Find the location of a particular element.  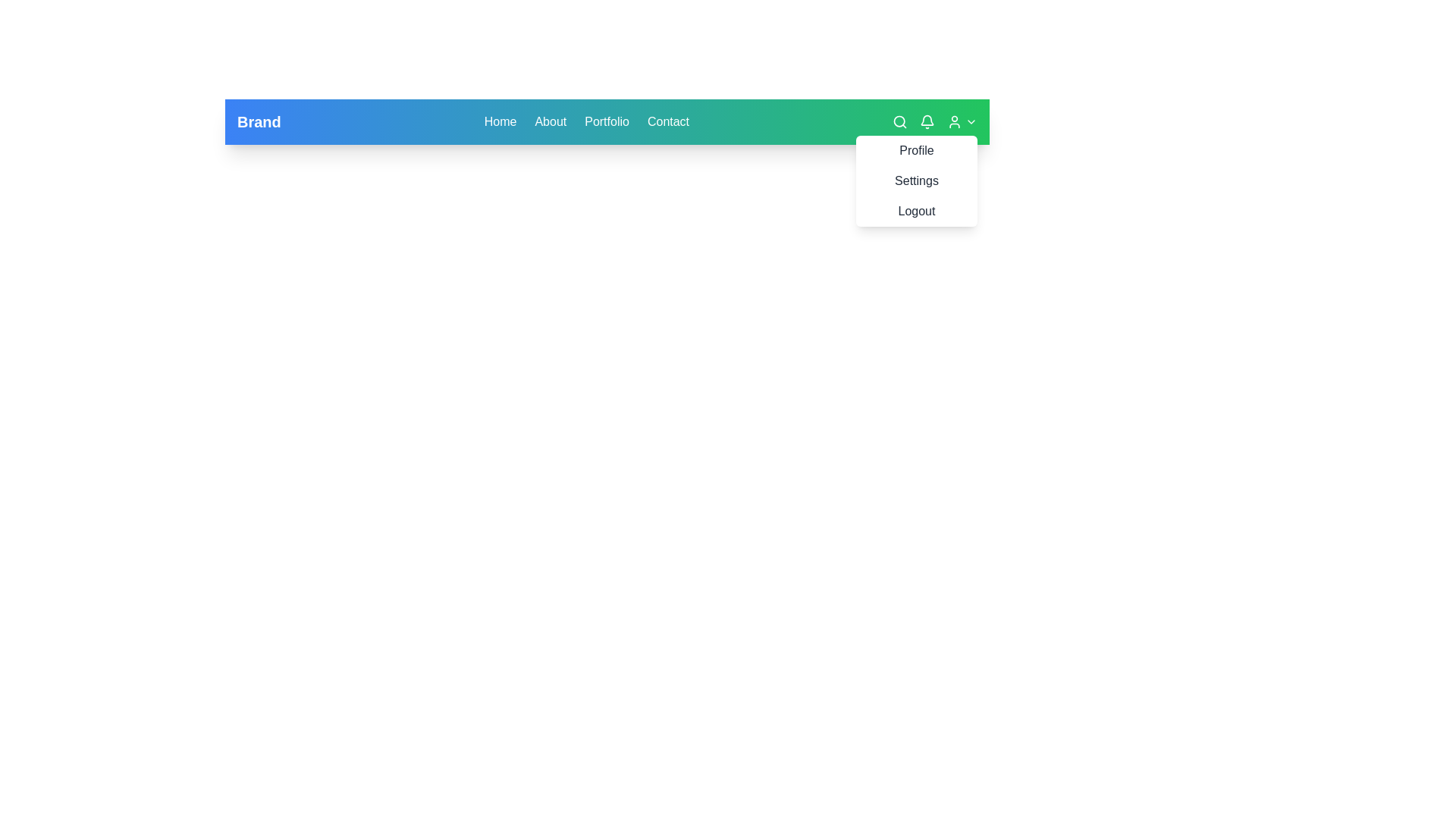

the Text link located in the horizontal navigation menu is located at coordinates (500, 121).